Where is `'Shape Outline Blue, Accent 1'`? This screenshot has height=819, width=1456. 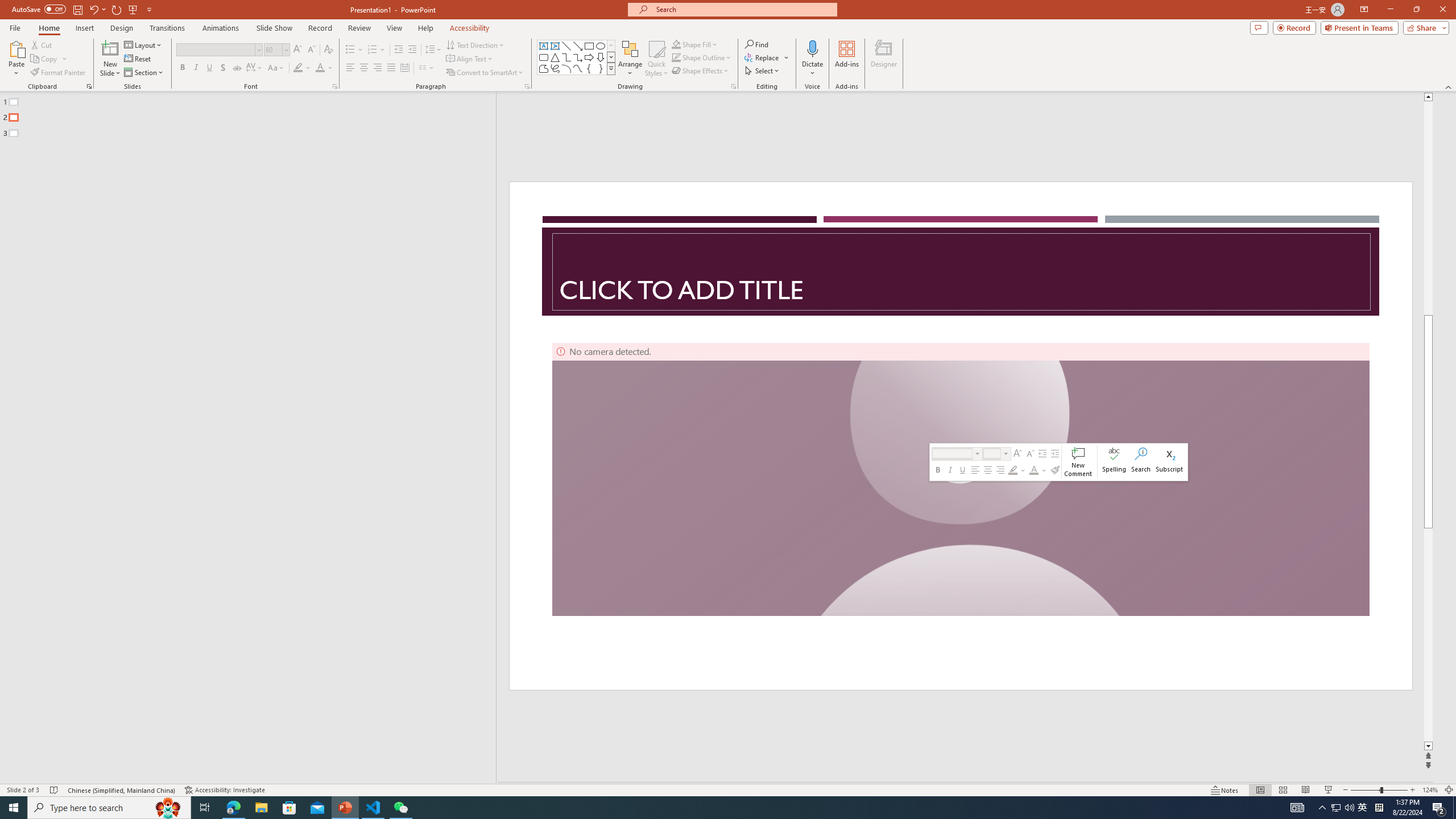
'Shape Outline Blue, Accent 1' is located at coordinates (676, 56).